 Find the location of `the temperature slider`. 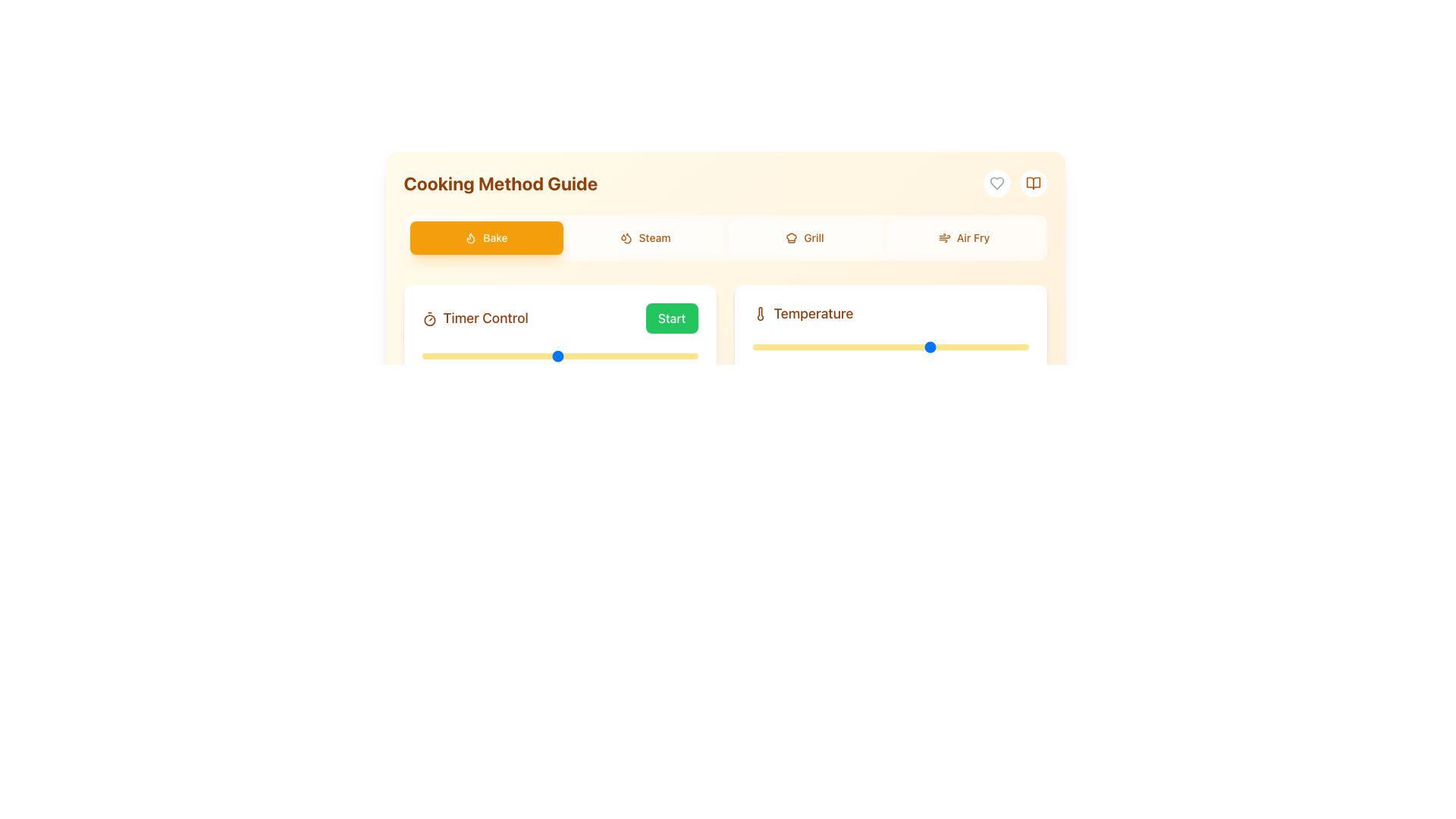

the temperature slider is located at coordinates (917, 347).